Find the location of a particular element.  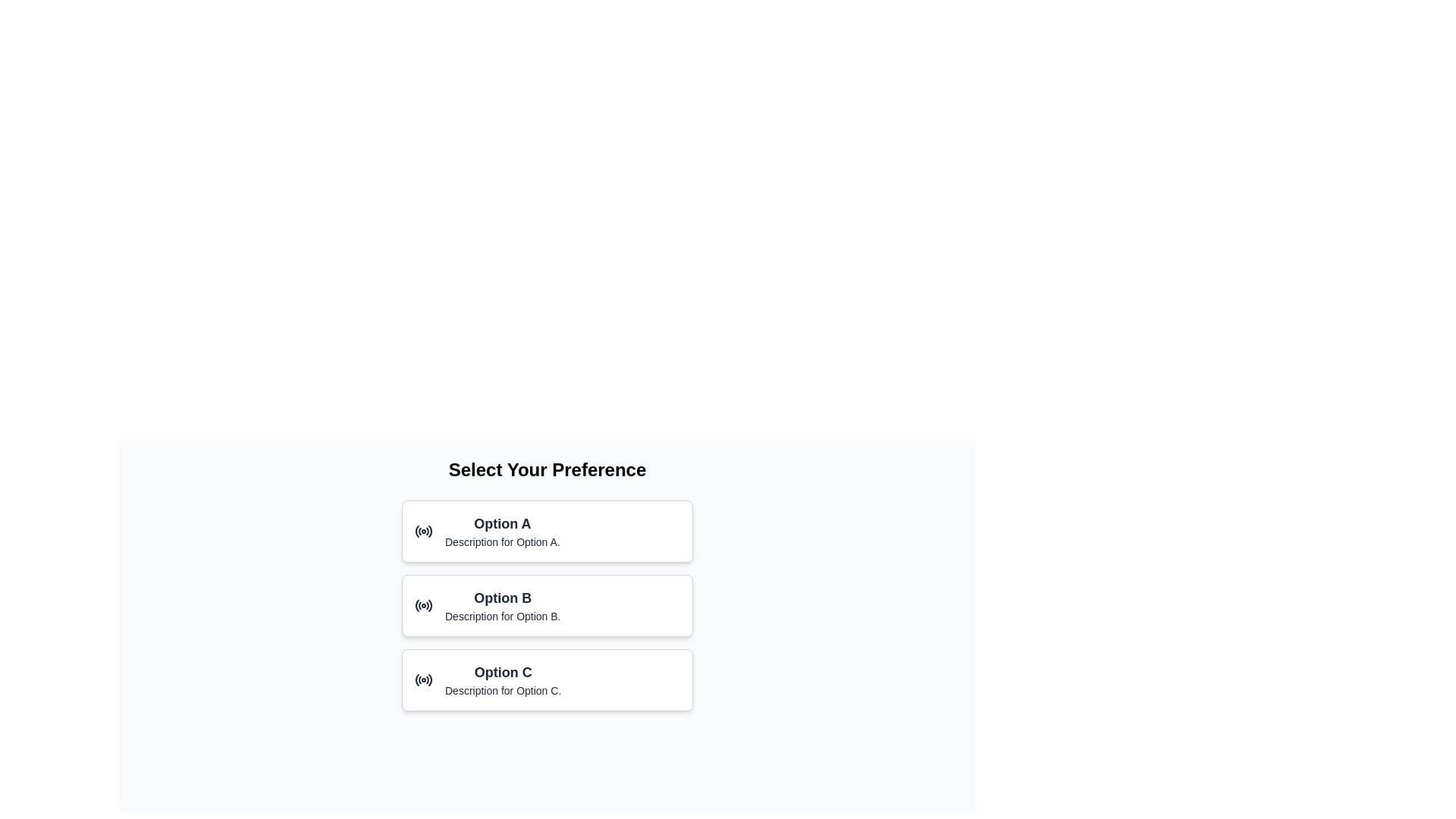

the 'Option B' text block is located at coordinates (503, 604).